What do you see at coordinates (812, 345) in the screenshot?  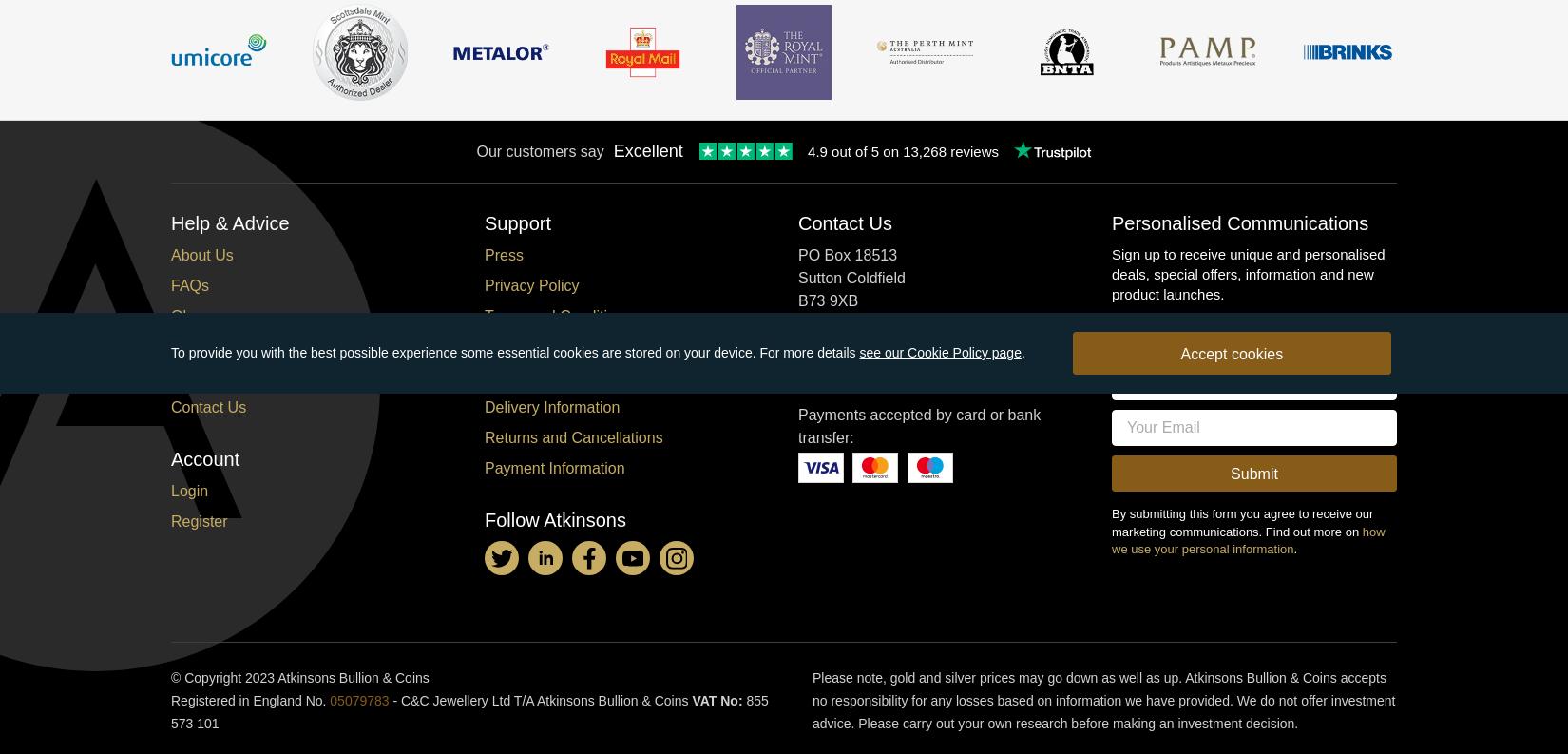 I see `'Tel:'` at bounding box center [812, 345].